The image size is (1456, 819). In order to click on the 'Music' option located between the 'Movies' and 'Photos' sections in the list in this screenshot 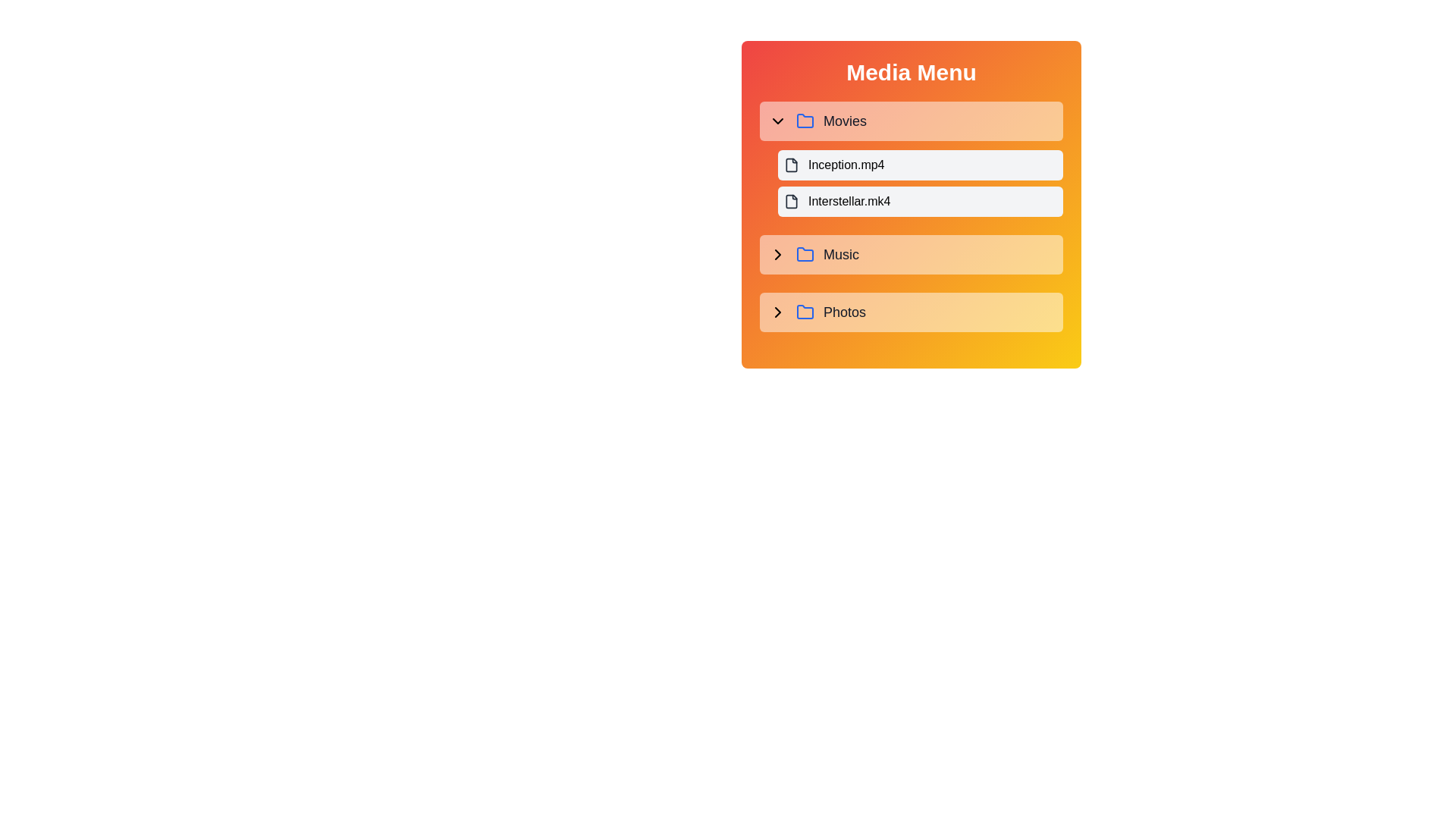, I will do `click(813, 253)`.